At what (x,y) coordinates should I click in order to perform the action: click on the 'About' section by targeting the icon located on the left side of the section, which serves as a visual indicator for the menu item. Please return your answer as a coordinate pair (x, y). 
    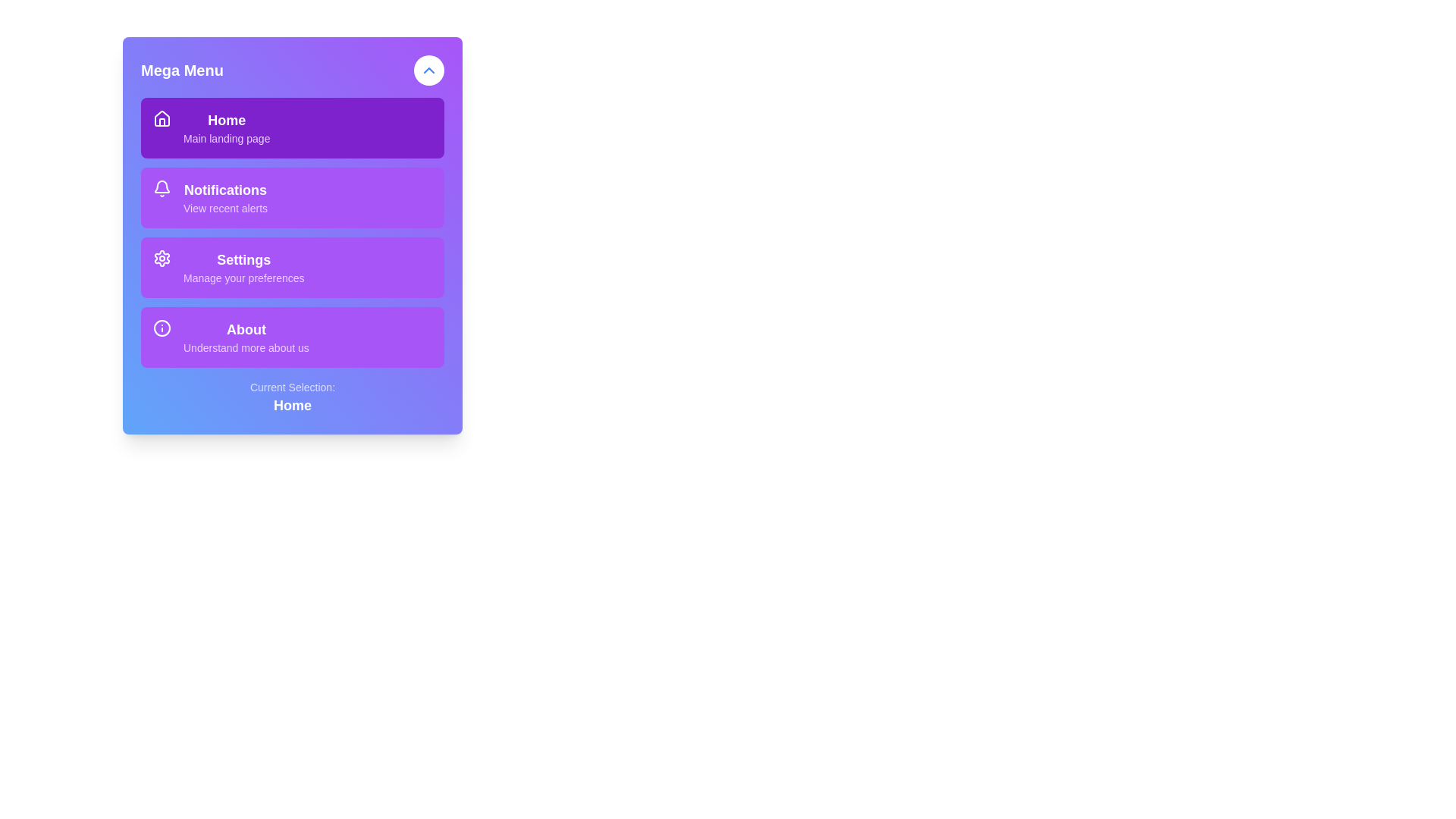
    Looking at the image, I should click on (162, 327).